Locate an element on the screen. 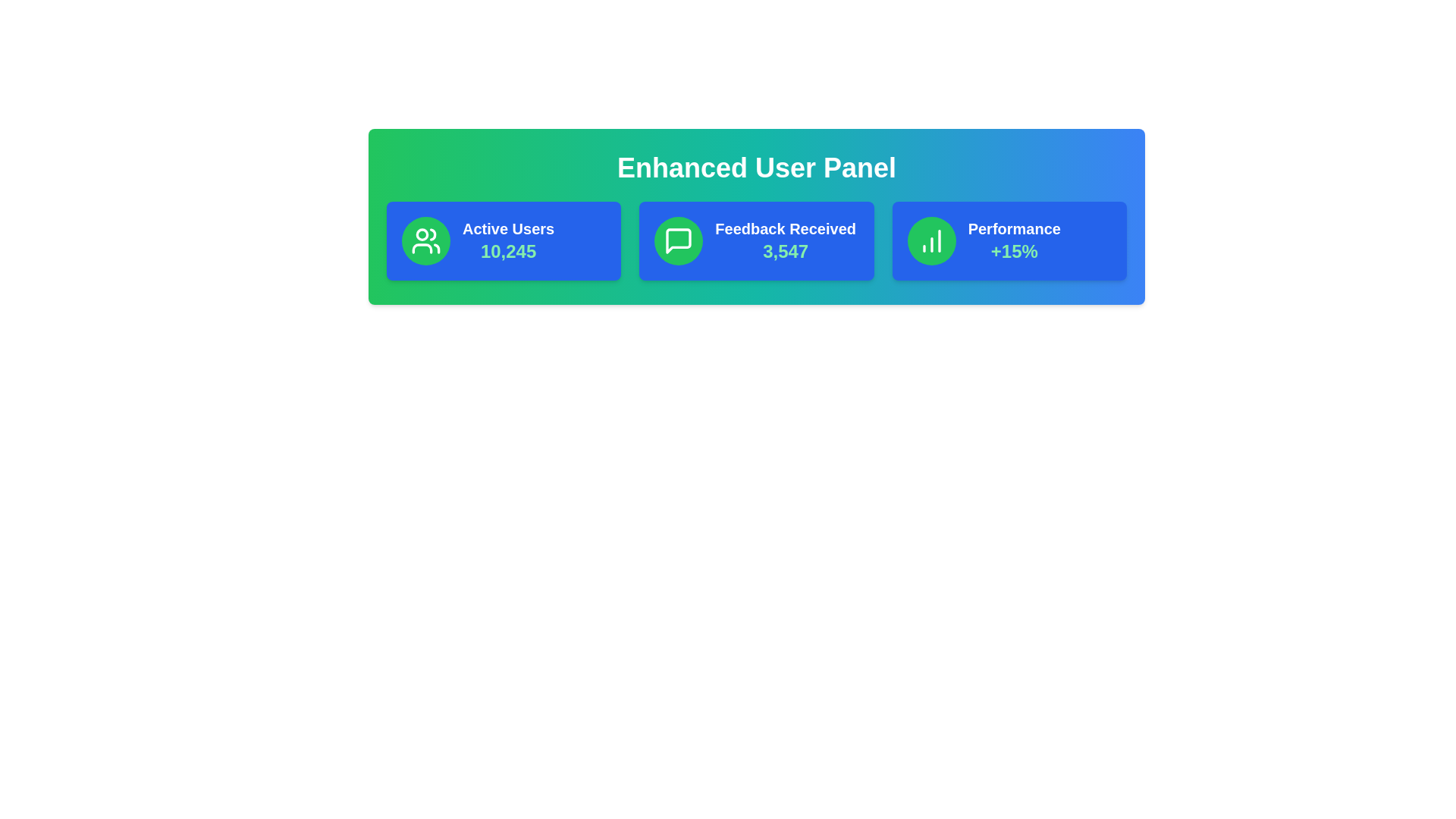  the card representing Feedback Received is located at coordinates (757, 240).